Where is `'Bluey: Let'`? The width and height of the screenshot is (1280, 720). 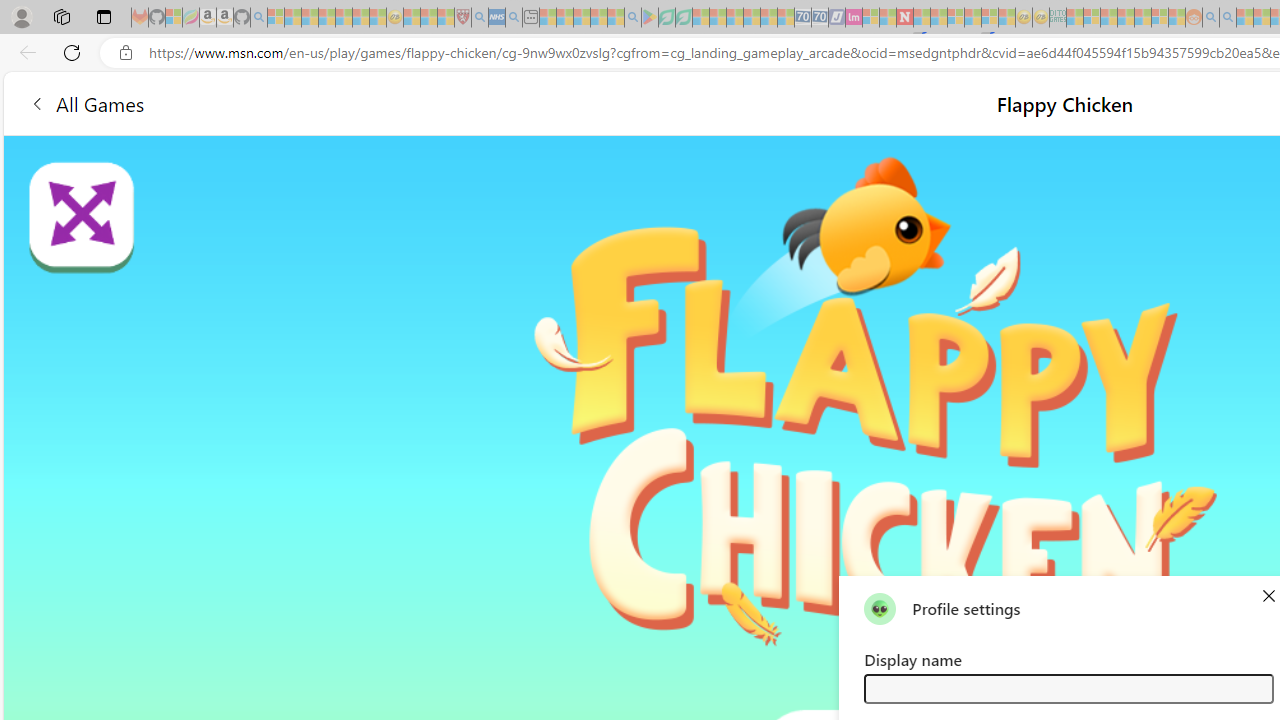
'Bluey: Let' is located at coordinates (650, 17).